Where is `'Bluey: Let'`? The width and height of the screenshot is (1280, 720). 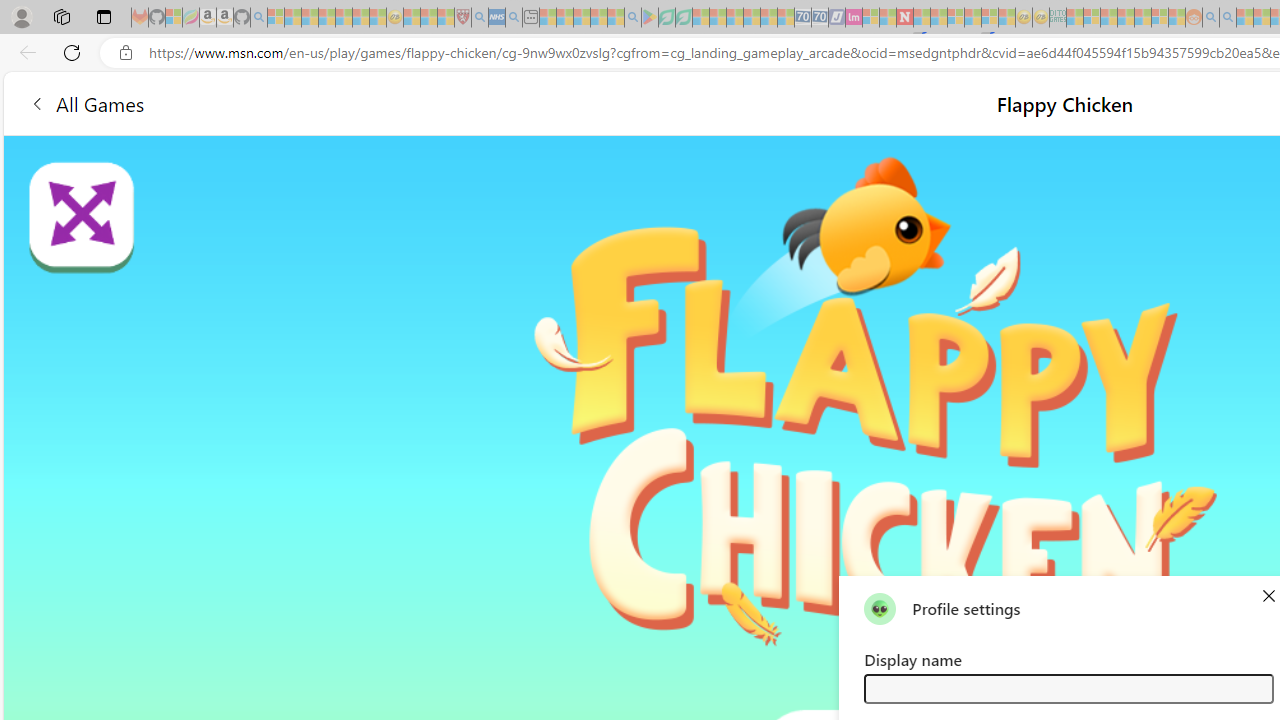
'Bluey: Let' is located at coordinates (650, 17).